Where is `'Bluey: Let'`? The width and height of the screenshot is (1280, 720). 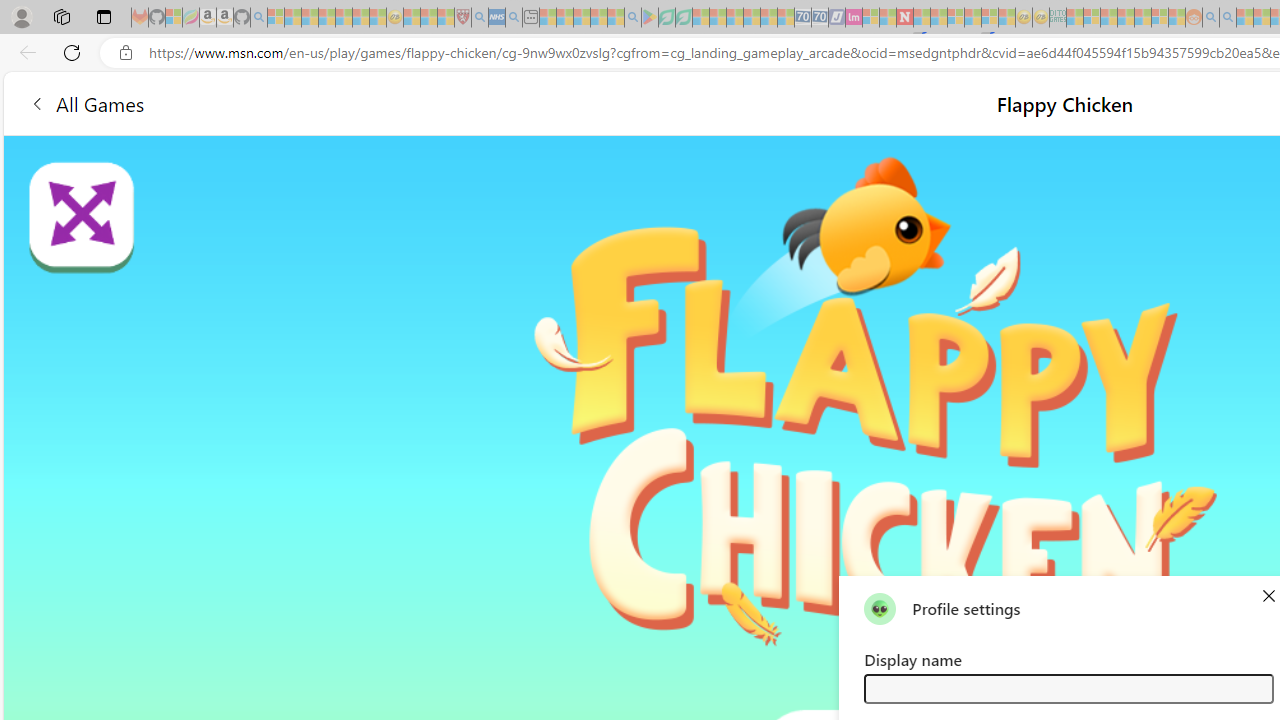
'Bluey: Let' is located at coordinates (650, 17).